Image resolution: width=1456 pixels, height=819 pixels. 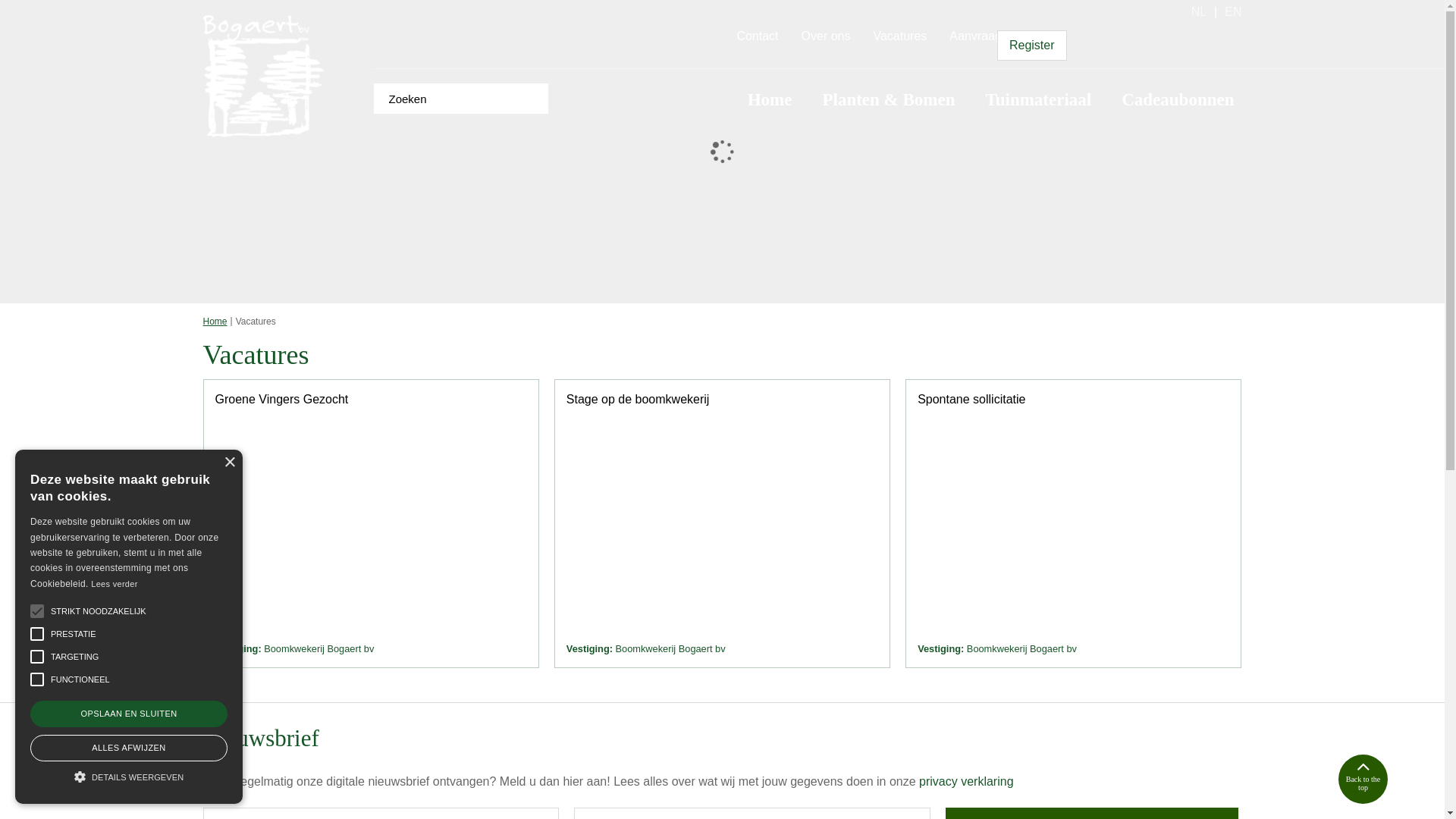 What do you see at coordinates (113, 583) in the screenshot?
I see `'Lees verder'` at bounding box center [113, 583].